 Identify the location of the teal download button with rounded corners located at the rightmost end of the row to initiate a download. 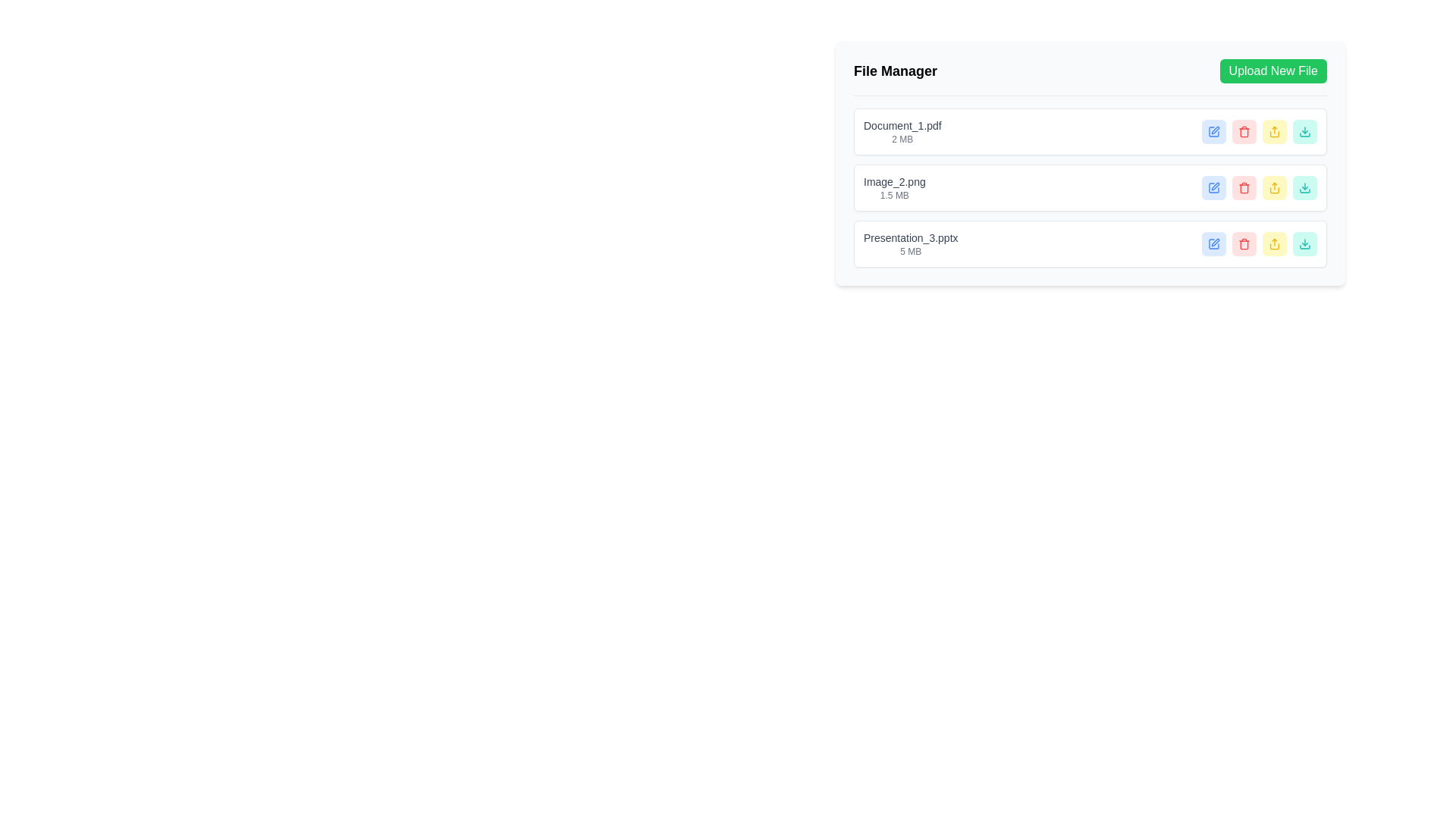
(1304, 187).